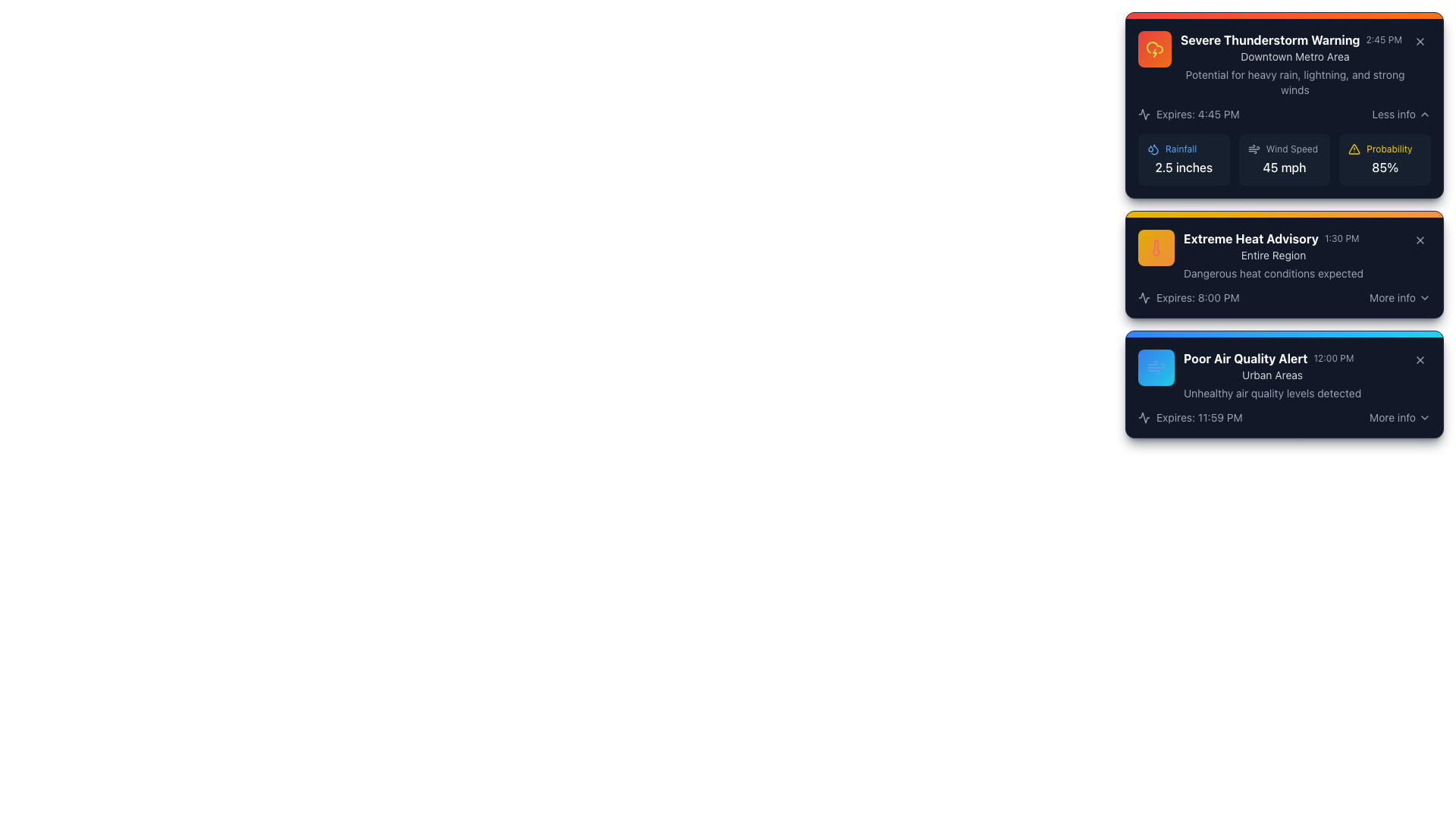 This screenshot has width=1456, height=819. I want to click on the static text label that describes the wind speed data, located in the middle column of the second row, between an icon and numerical data, so click(1291, 149).